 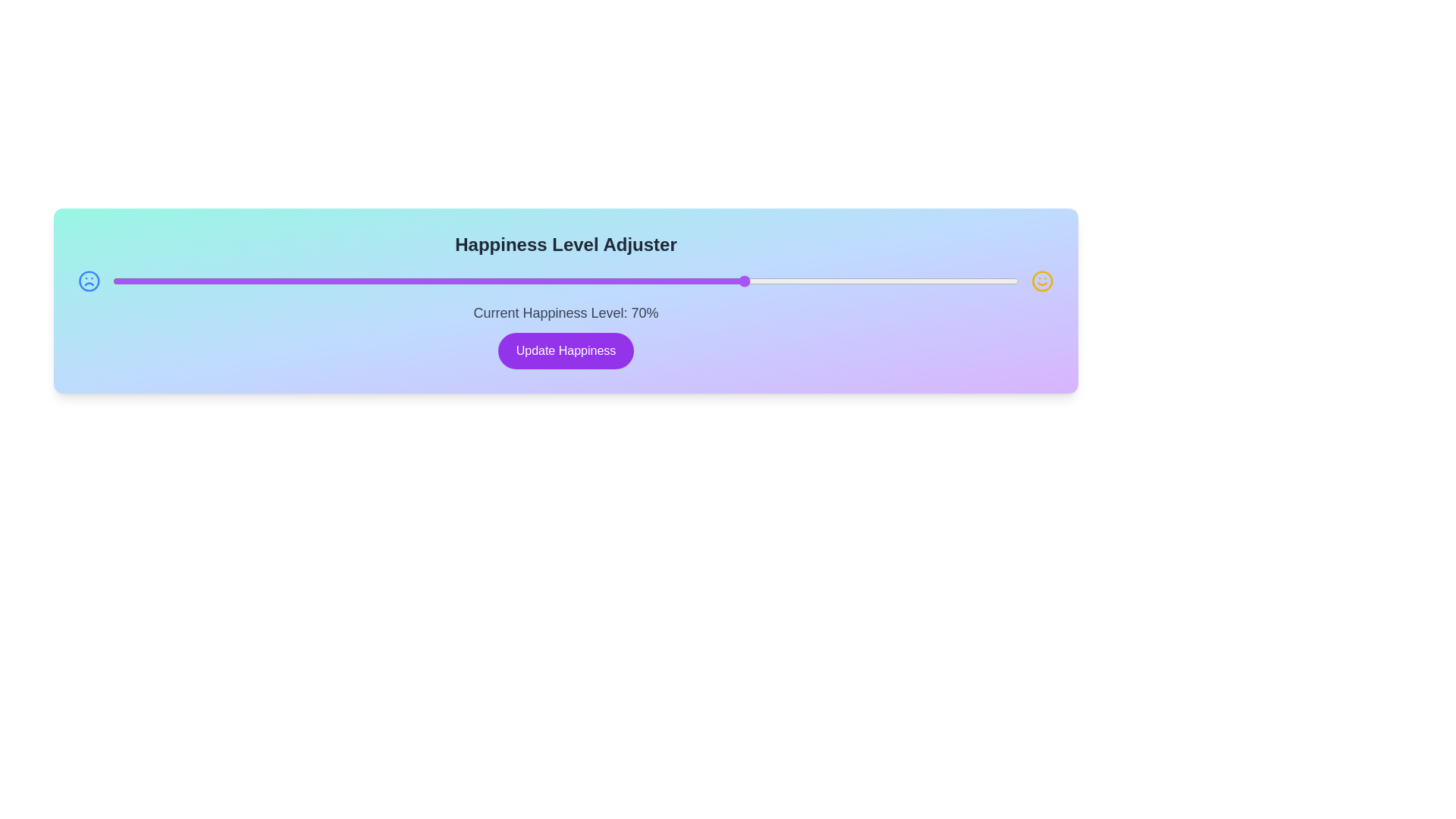 I want to click on the happiness level to 71% by moving the slider, so click(x=756, y=281).